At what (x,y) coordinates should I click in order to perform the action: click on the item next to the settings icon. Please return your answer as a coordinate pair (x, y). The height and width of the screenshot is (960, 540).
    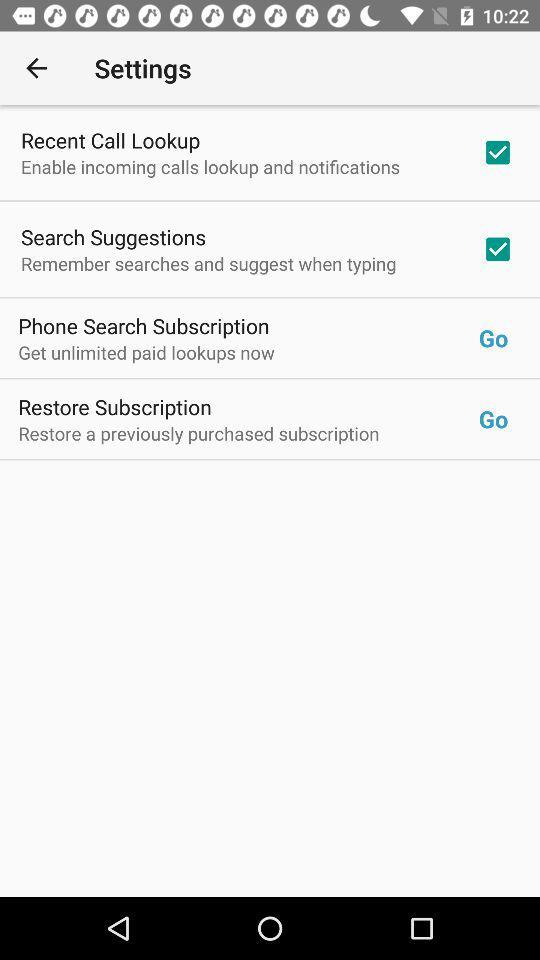
    Looking at the image, I should click on (36, 68).